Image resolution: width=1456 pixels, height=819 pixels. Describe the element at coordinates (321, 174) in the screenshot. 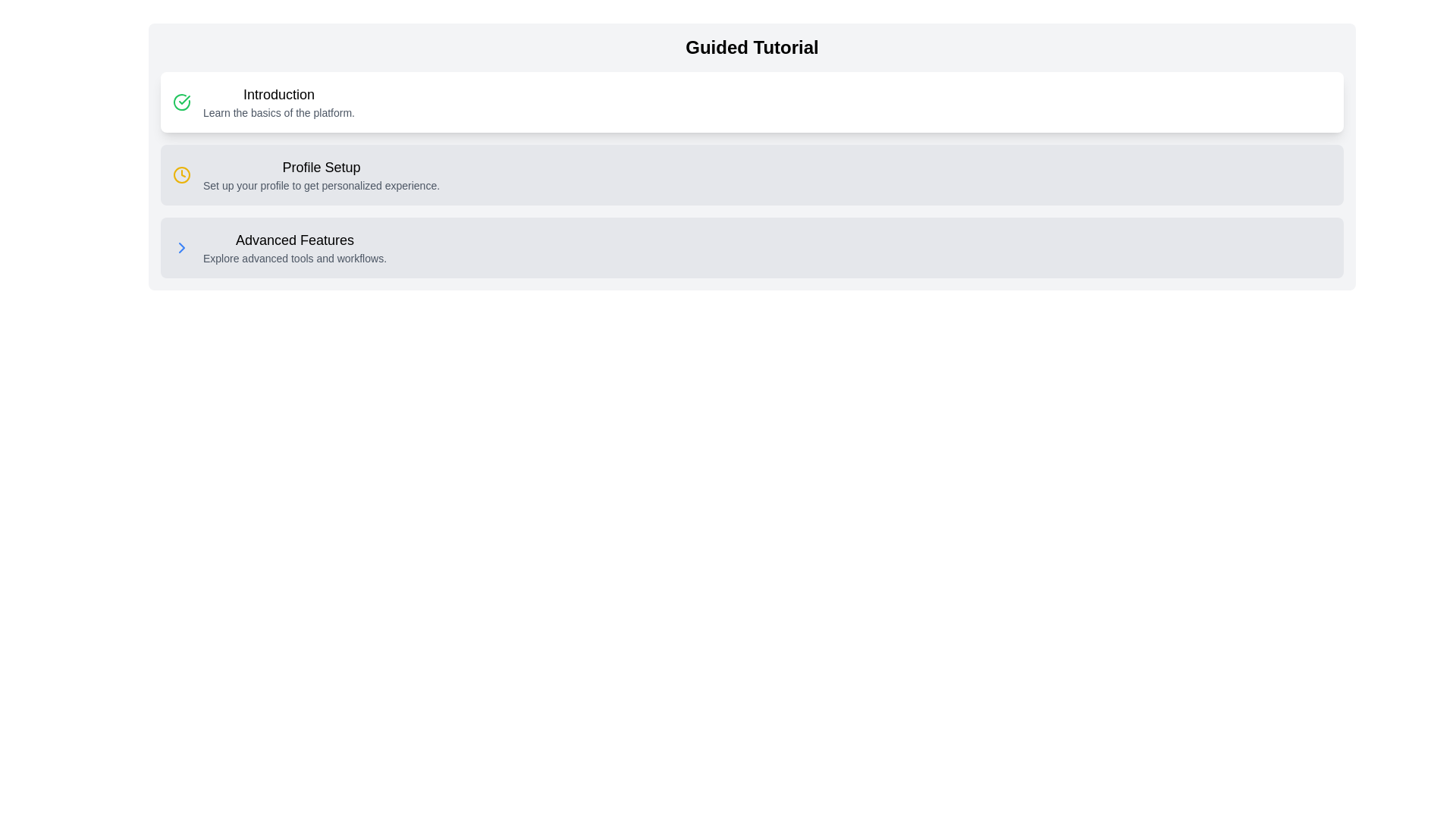

I see `text content that serves as a description and call-to-action for setting up the user's profile, which is the second item in a vertically aligned list within the tutorial interface` at that location.